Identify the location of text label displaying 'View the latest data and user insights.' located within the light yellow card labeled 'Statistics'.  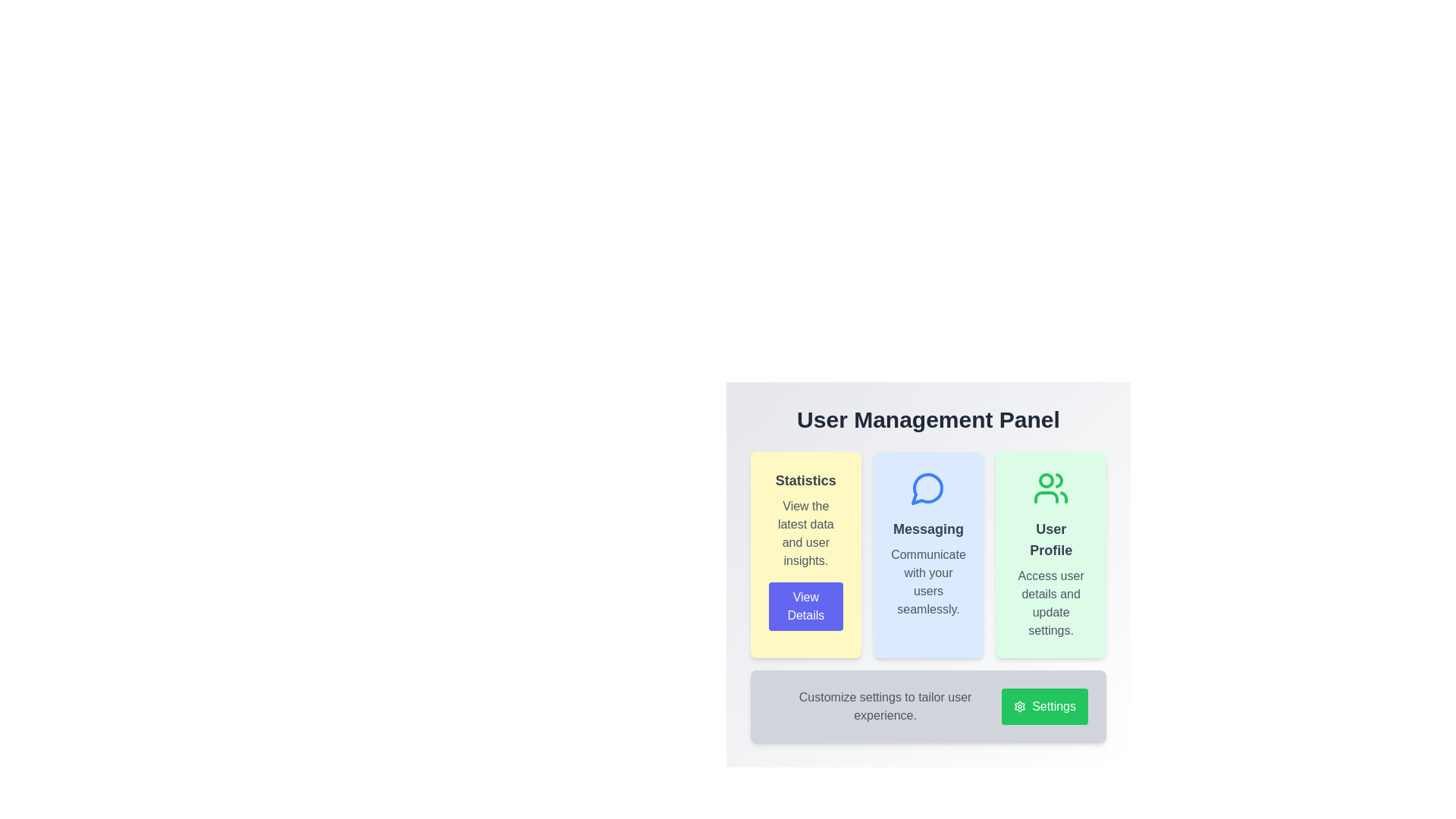
(805, 533).